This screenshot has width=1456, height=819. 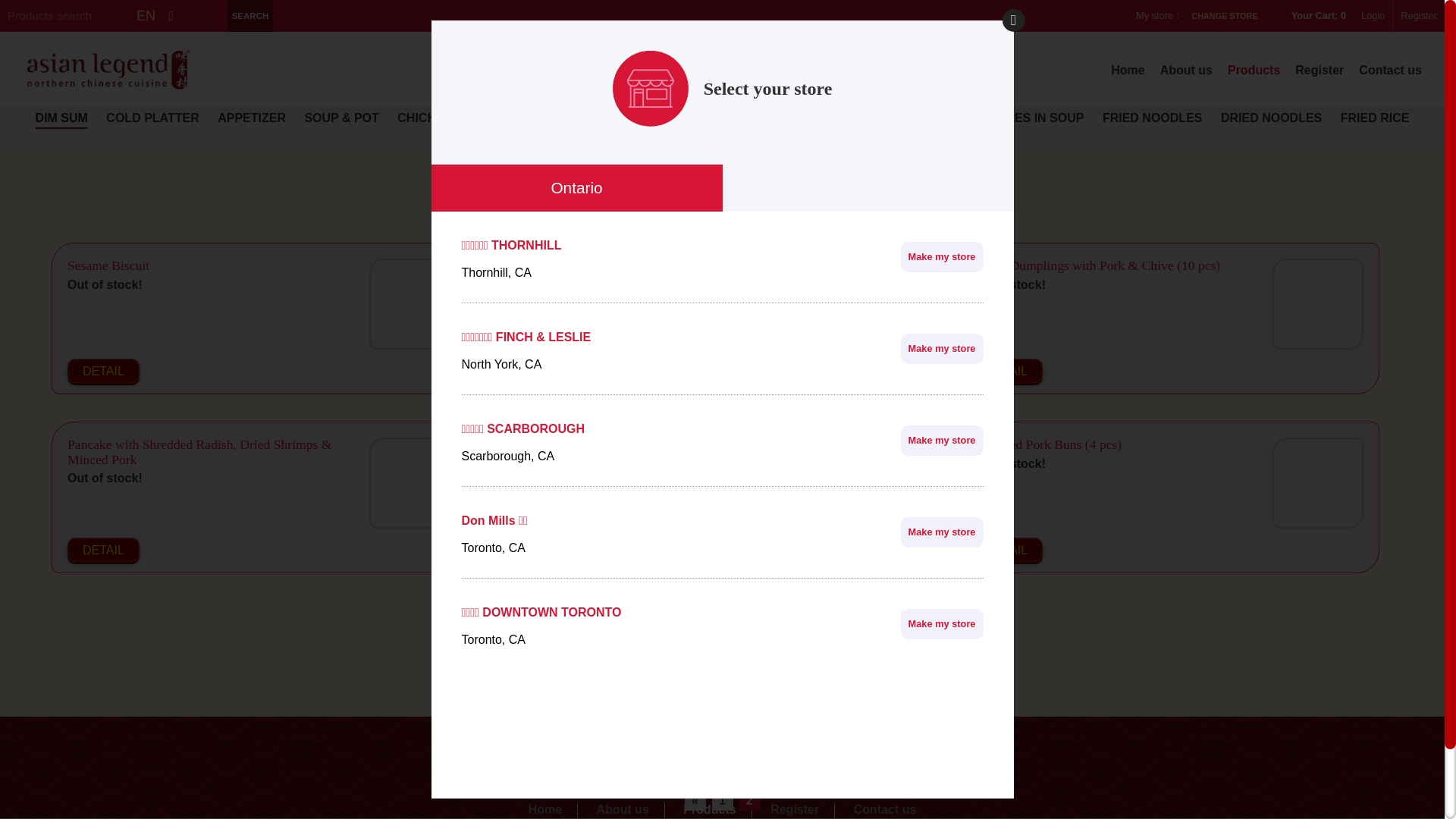 What do you see at coordinates (1128, 70) in the screenshot?
I see `'Home'` at bounding box center [1128, 70].